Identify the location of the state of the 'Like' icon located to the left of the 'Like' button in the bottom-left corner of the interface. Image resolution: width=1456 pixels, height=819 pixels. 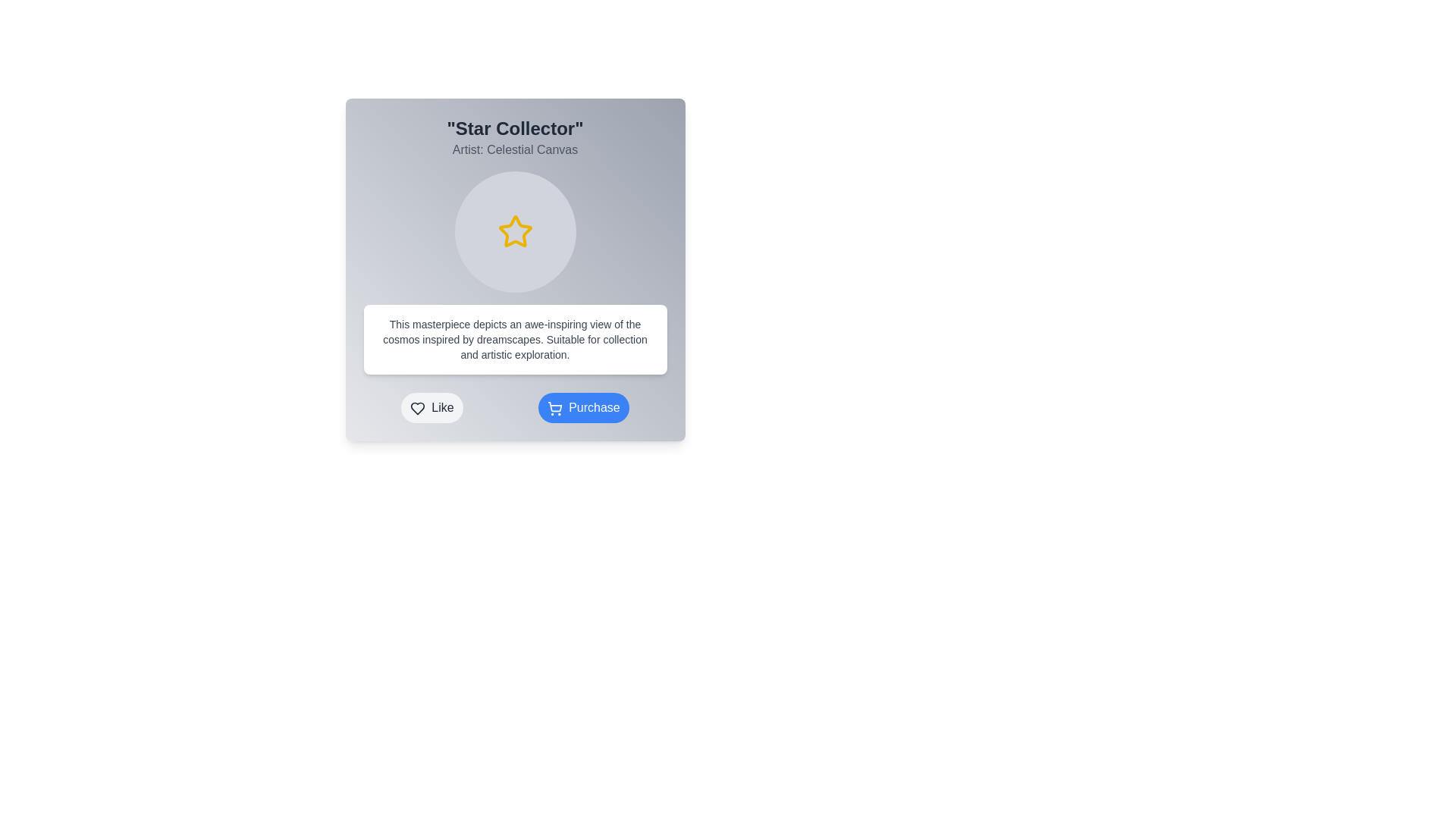
(418, 407).